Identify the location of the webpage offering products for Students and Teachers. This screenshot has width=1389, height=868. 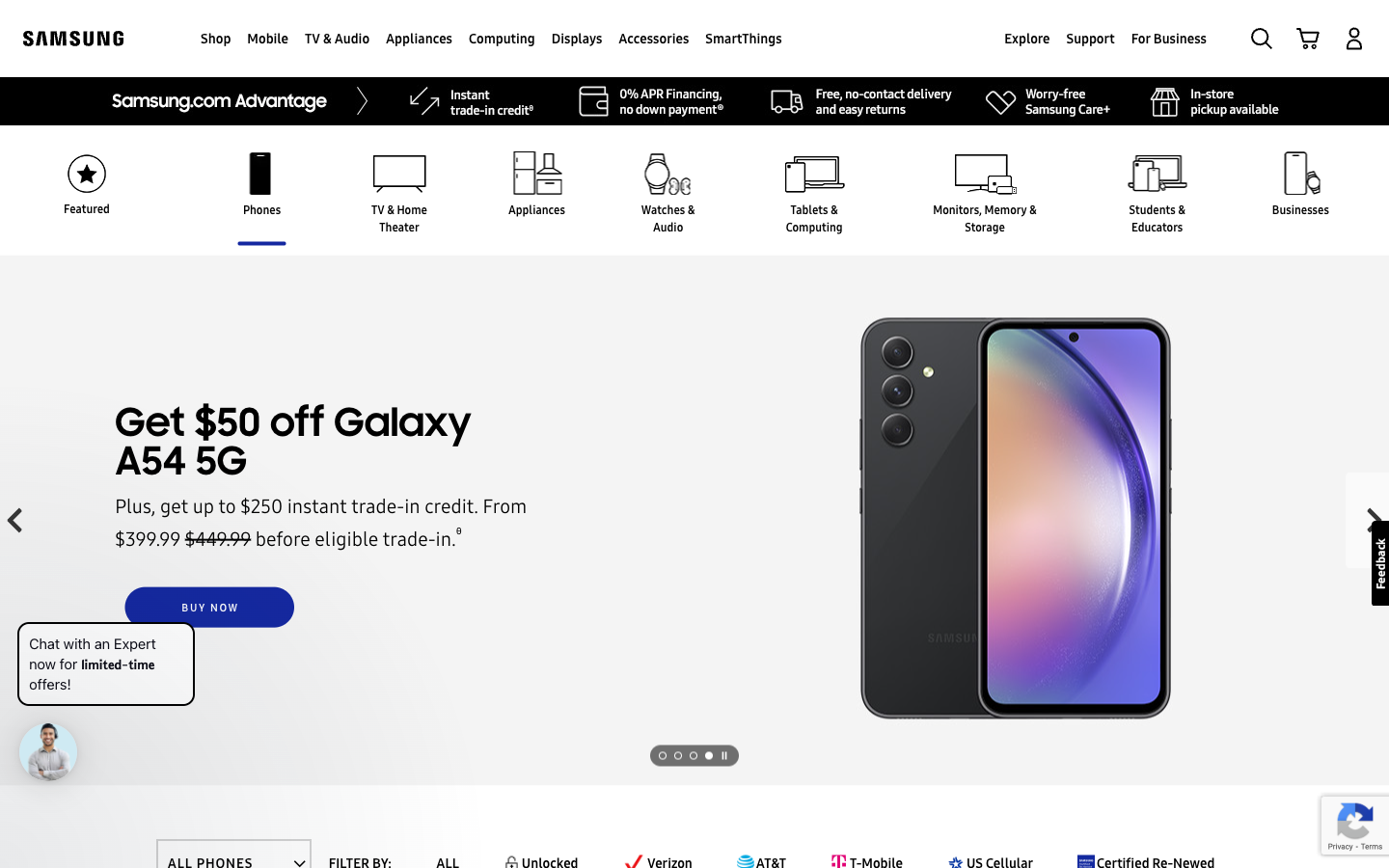
(1157, 217).